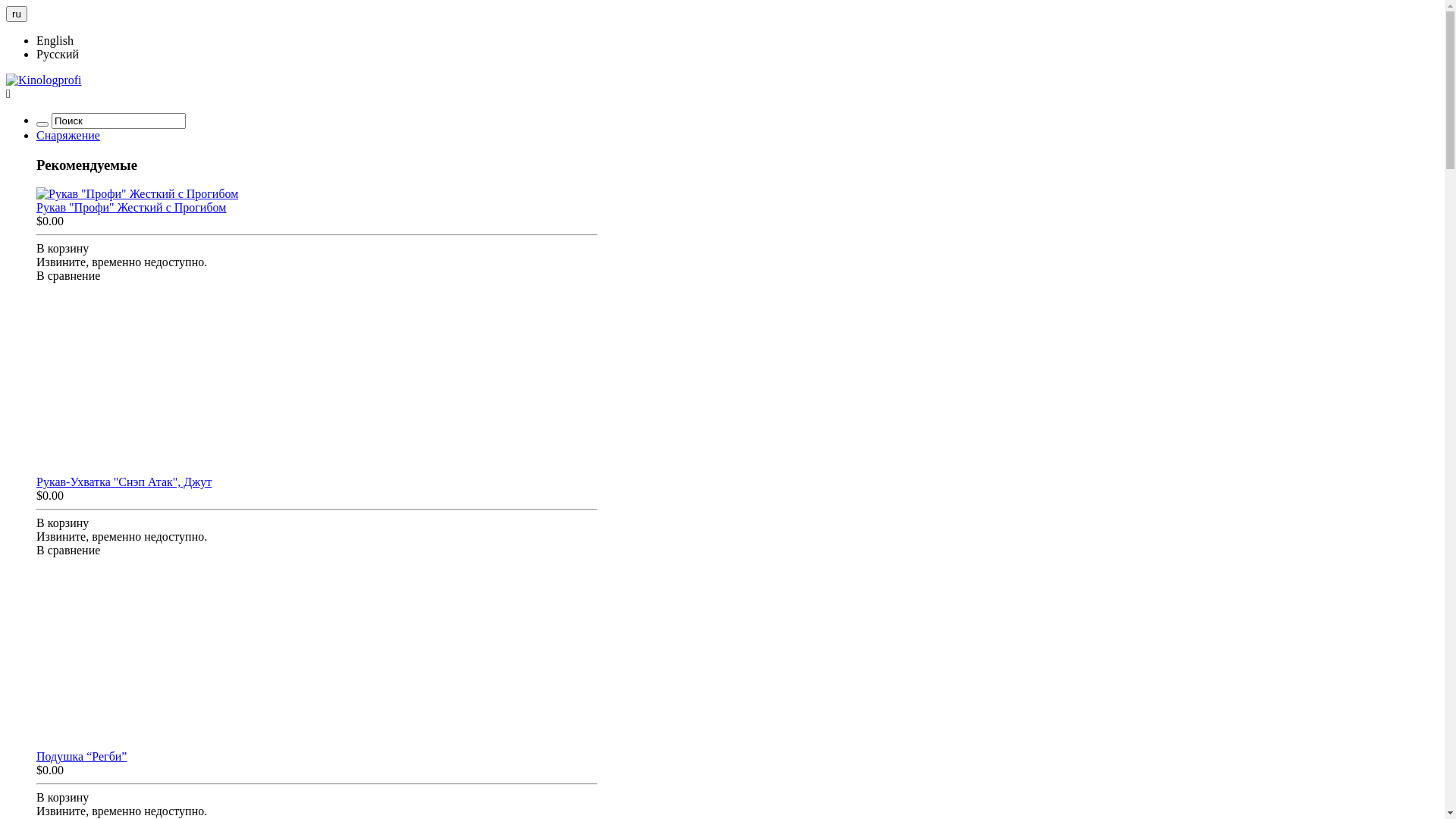  Describe the element at coordinates (36, 39) in the screenshot. I see `'English'` at that location.